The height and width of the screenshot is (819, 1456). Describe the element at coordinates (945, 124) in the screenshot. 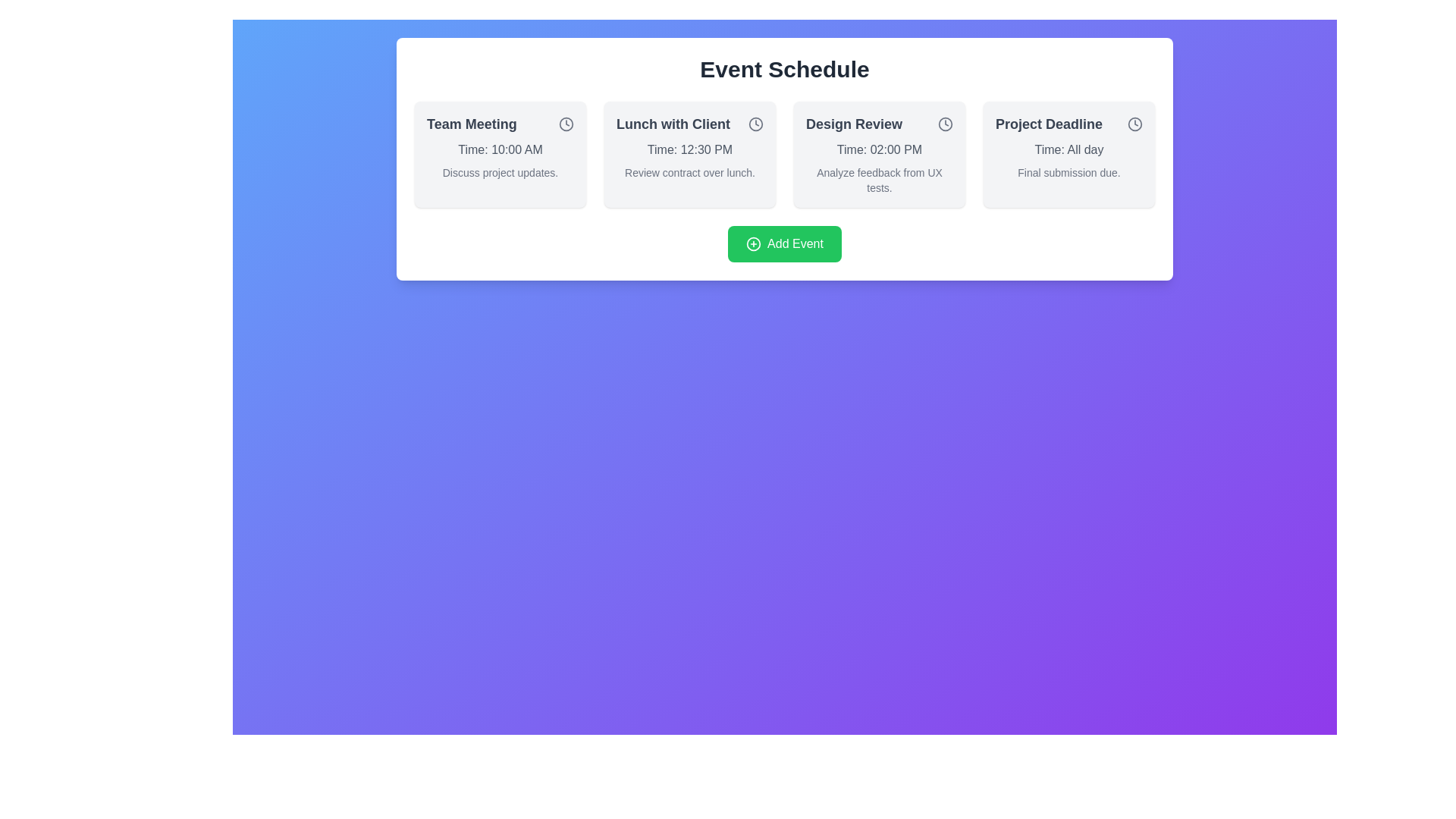

I see `the SVG circle representing the clock icon located at the top-right corner of the 'Design Review' event card by clicking on it` at that location.